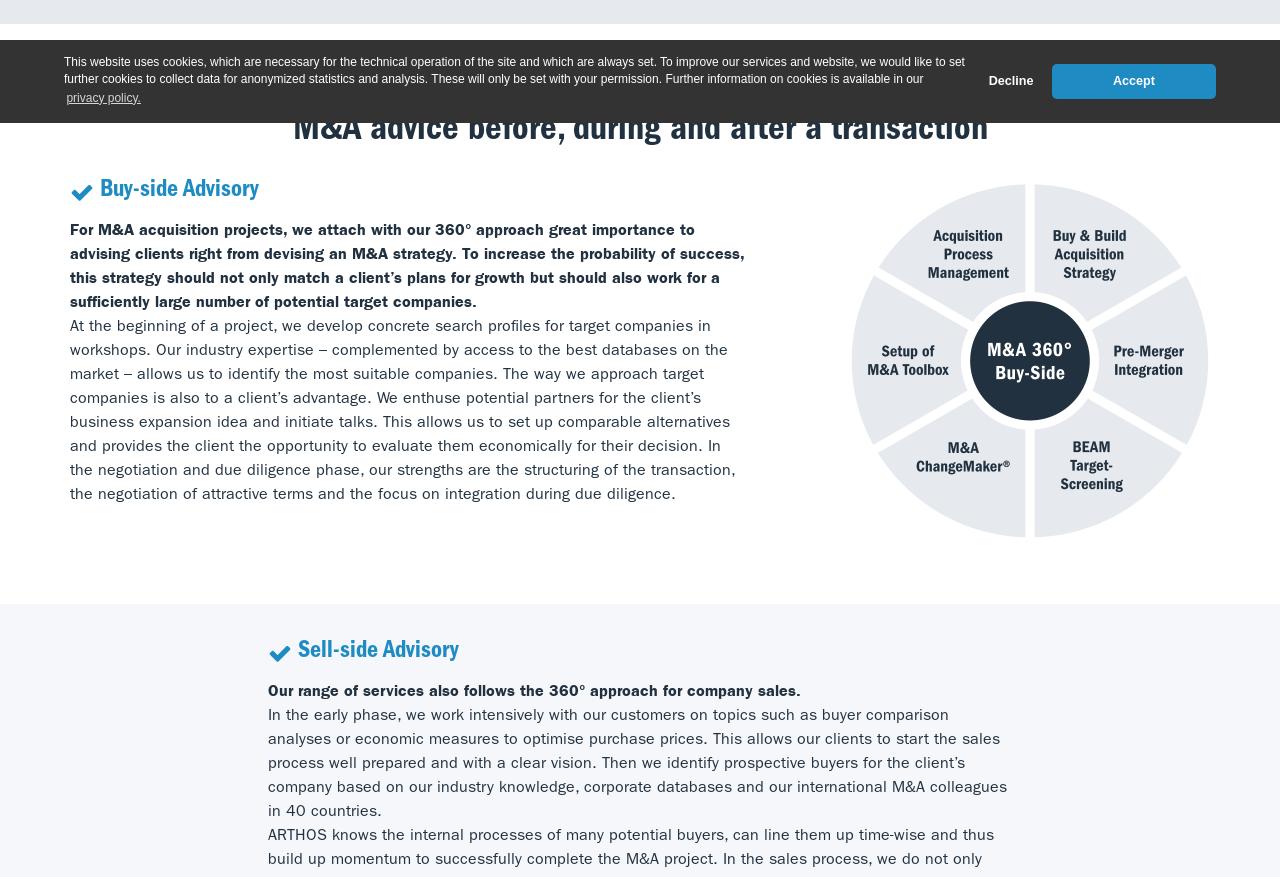 This screenshot has height=877, width=1280. Describe the element at coordinates (514, 69) in the screenshot. I see `'This website uses cookies, which are necessary for the technical operation of the site and which are always set. To improve our services and website, we would like to set further cookies to collect data for anonymized statistics and analysis. These will only be set with your permission. Further information on cookies is available in our'` at that location.